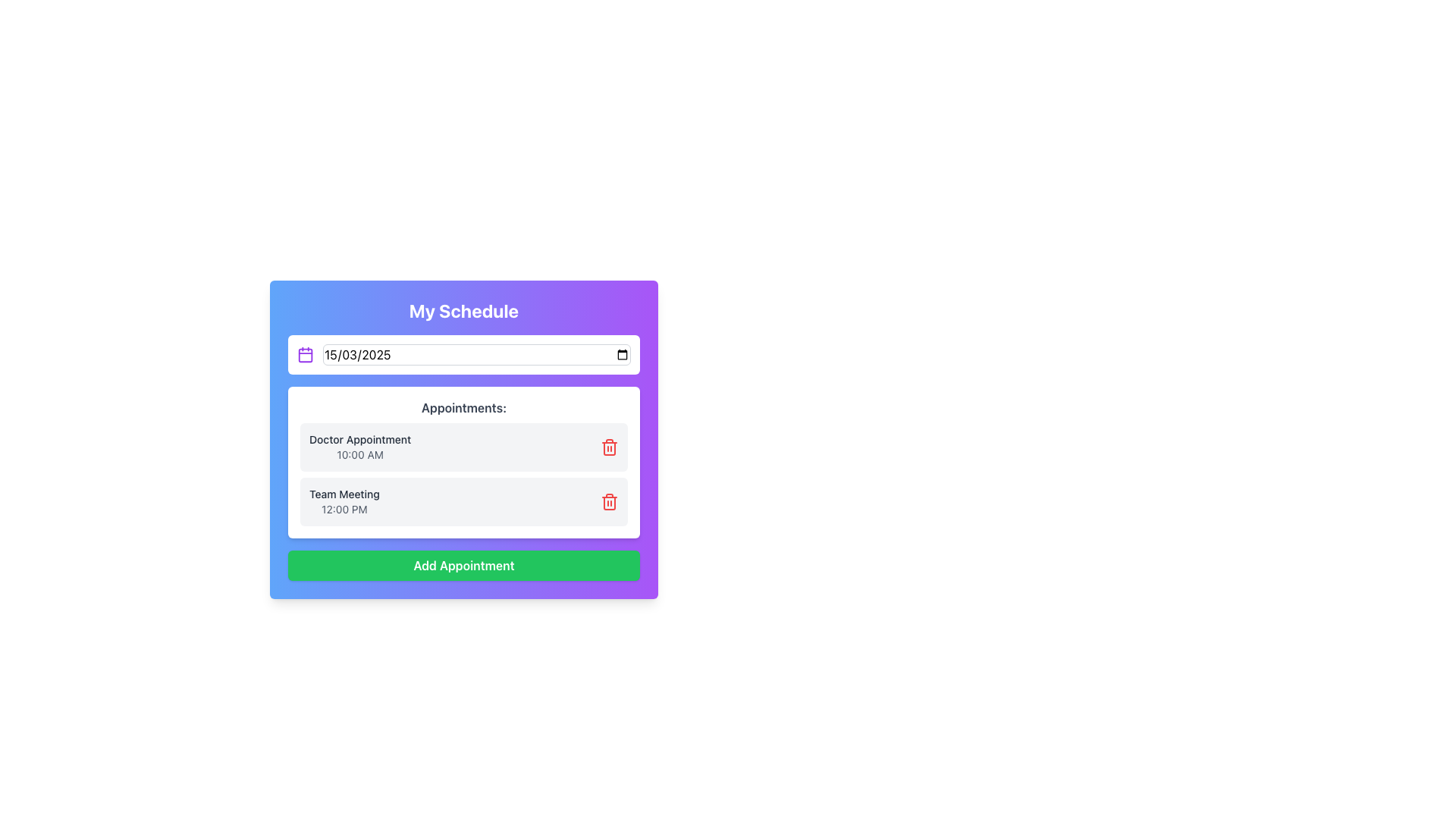  What do you see at coordinates (463, 354) in the screenshot?
I see `a date using the calendar dropdown from the Date Input Field located in the 'My Schedule' card section, just below the title` at bounding box center [463, 354].